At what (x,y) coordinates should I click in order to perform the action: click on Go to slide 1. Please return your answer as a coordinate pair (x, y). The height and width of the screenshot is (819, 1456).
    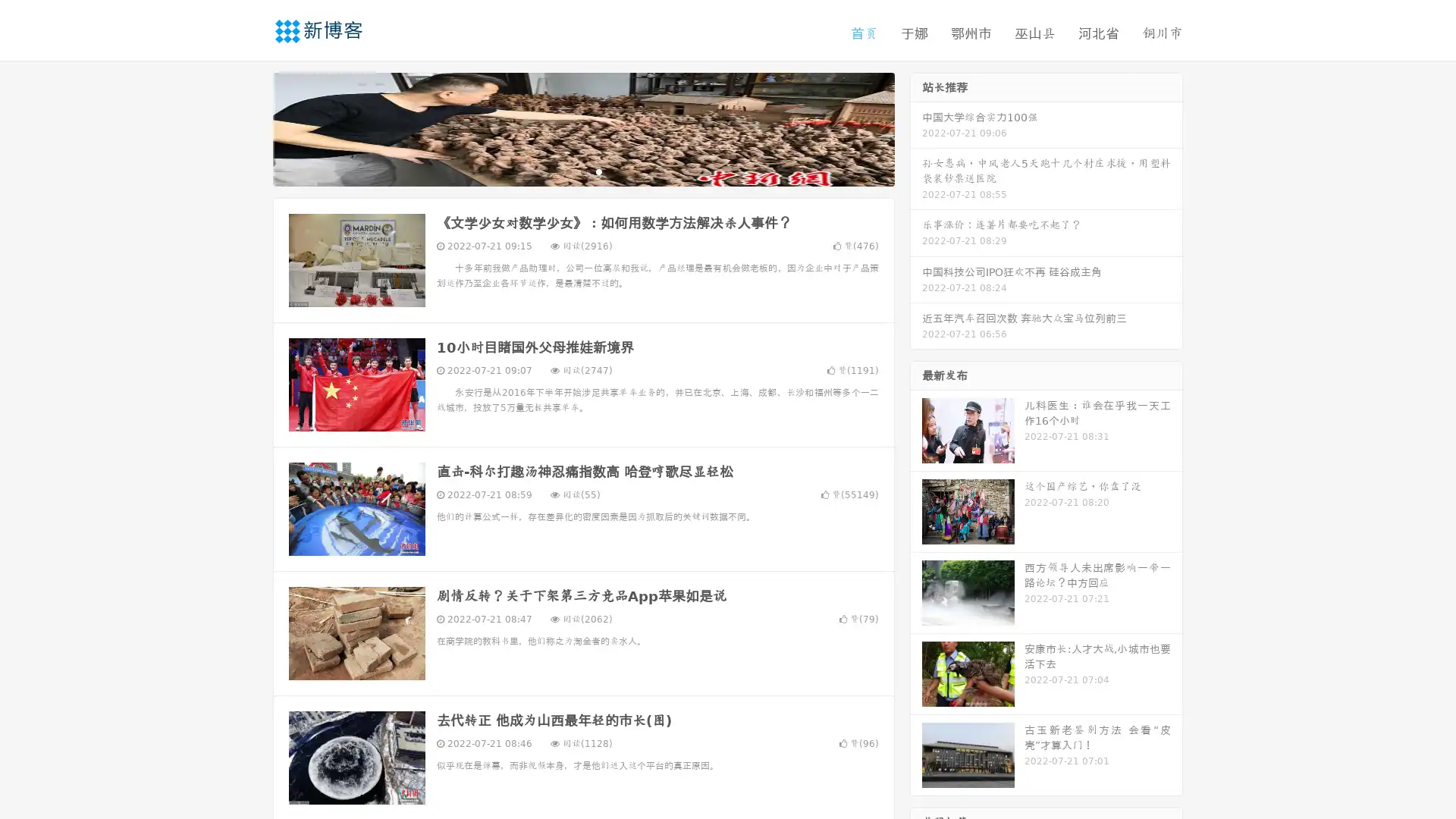
    Looking at the image, I should click on (567, 171).